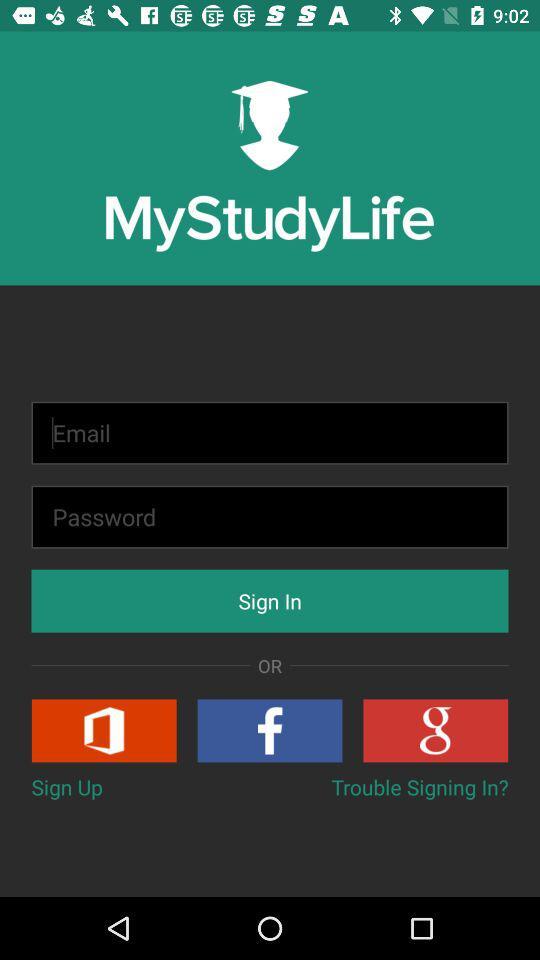  What do you see at coordinates (419, 787) in the screenshot?
I see `button to the right of the sign up item` at bounding box center [419, 787].